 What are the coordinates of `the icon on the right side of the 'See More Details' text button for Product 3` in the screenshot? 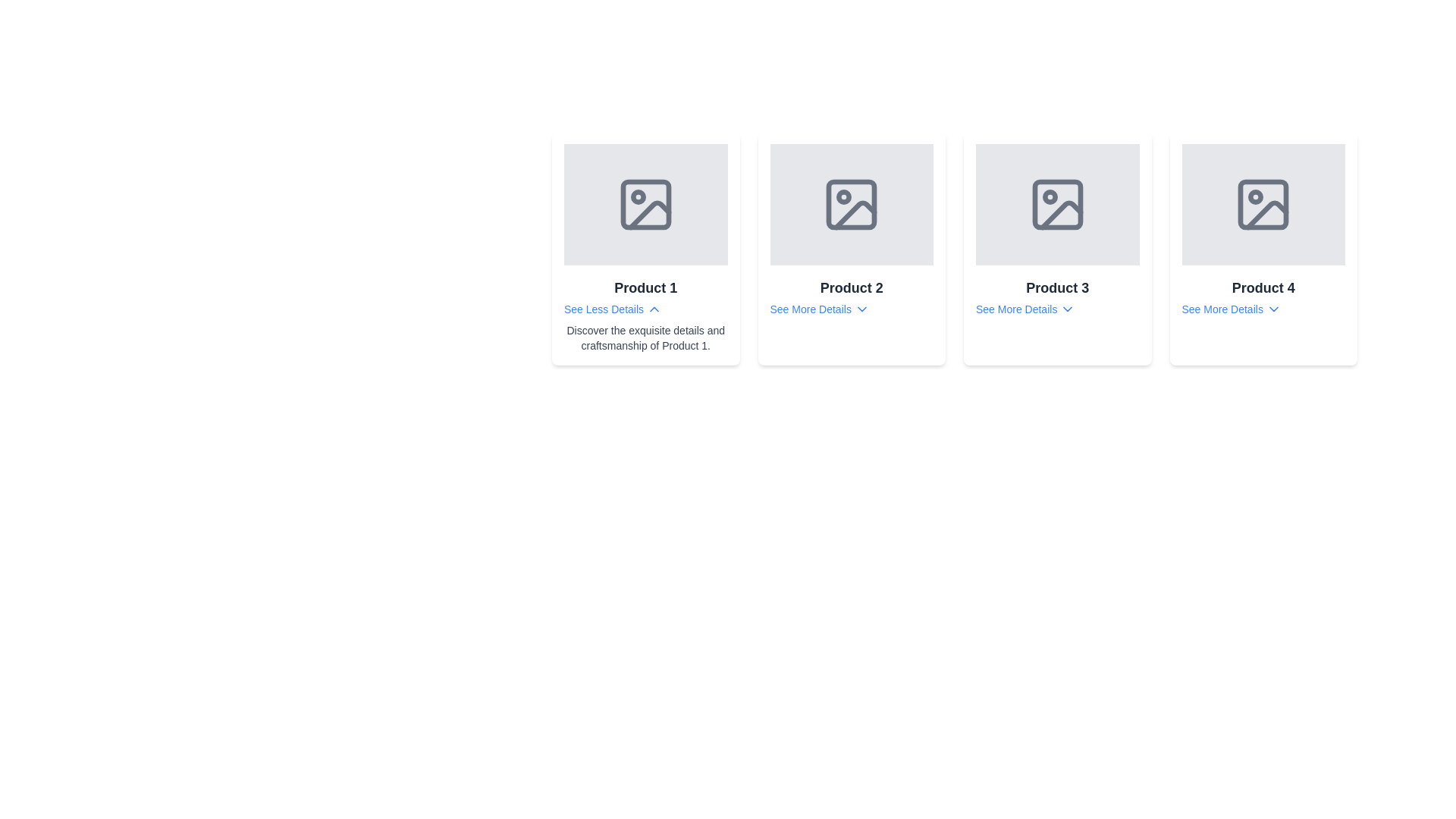 It's located at (1067, 309).